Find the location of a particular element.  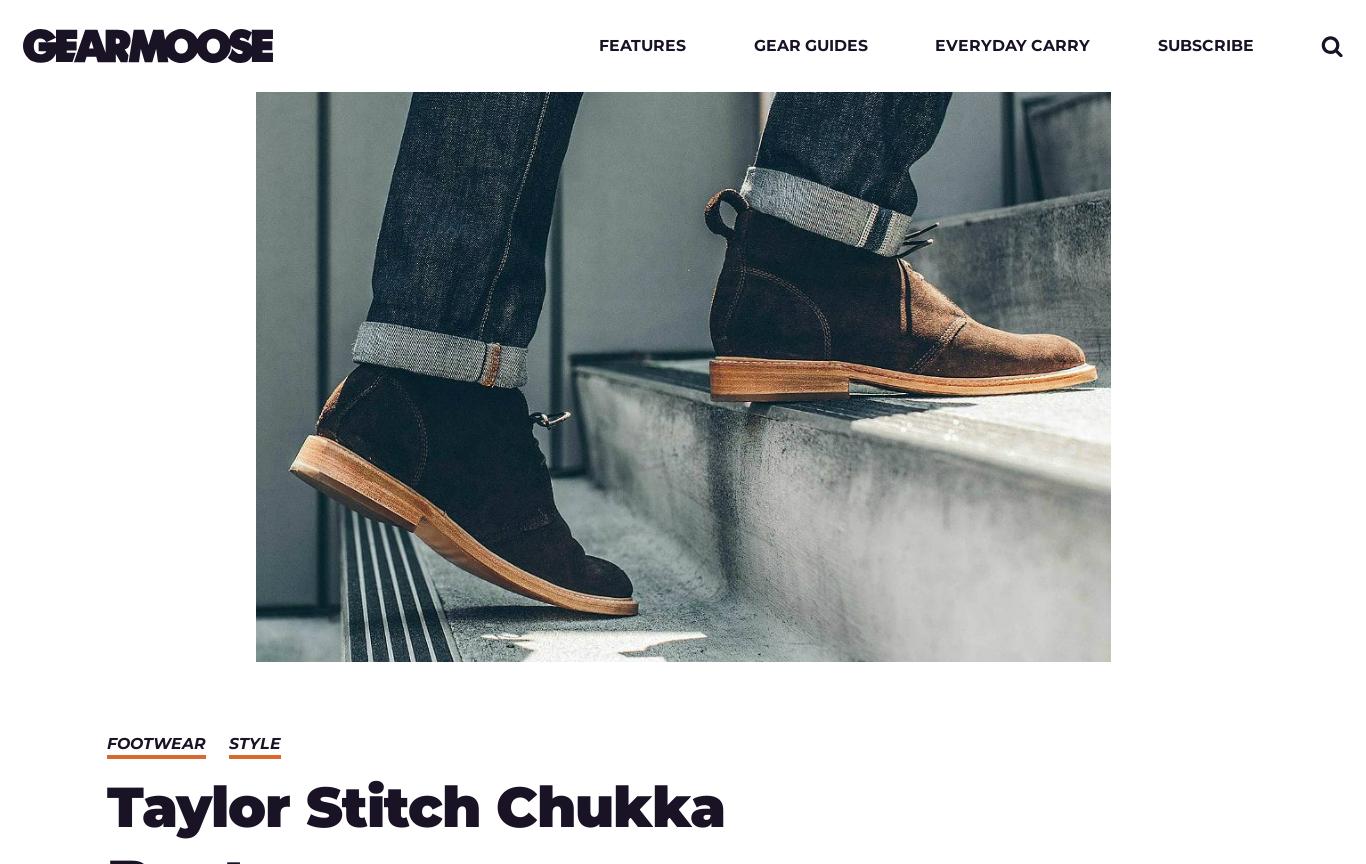

'Footwear' is located at coordinates (155, 743).